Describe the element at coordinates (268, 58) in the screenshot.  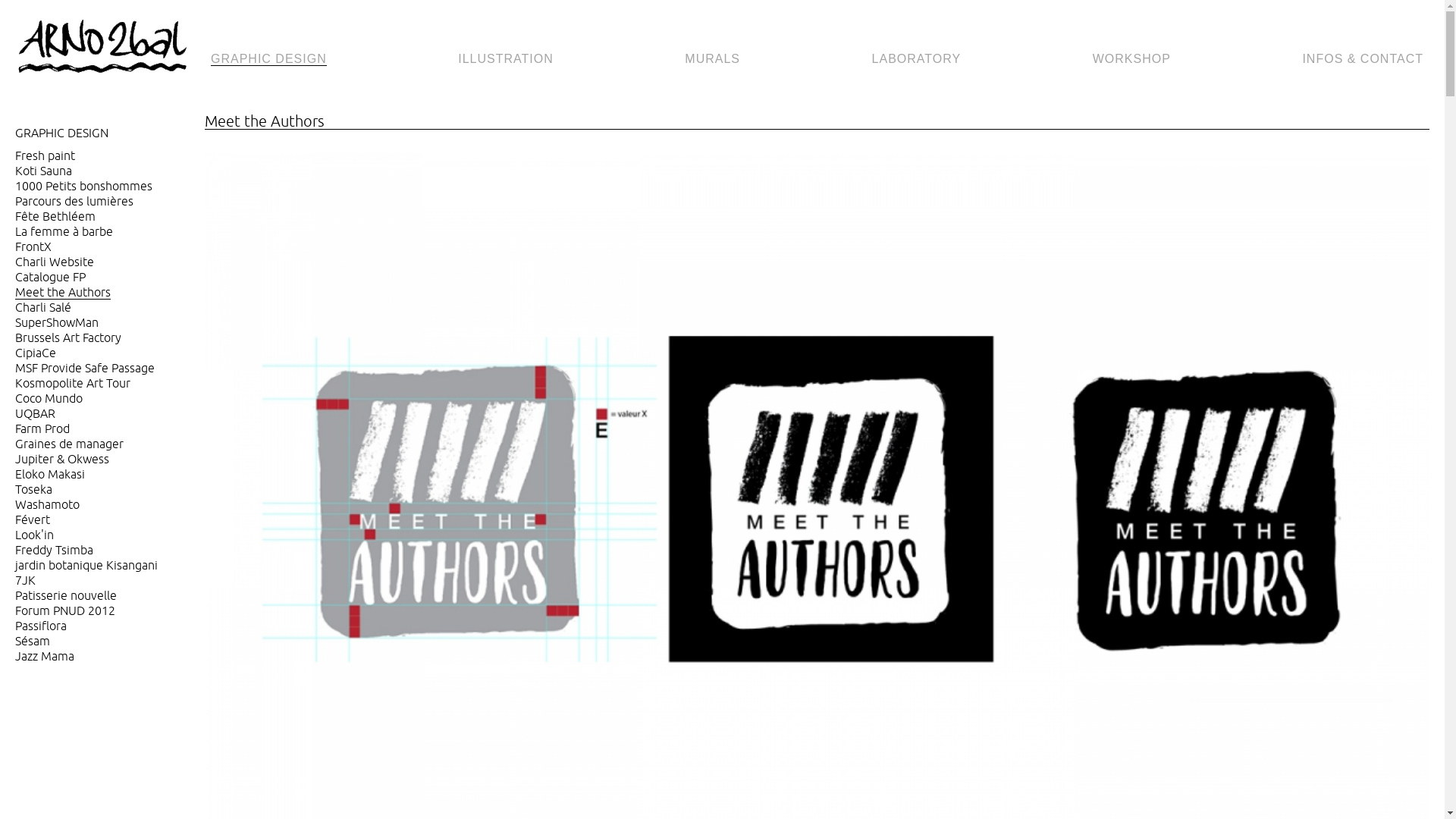
I see `'GRAPHIC DESIGN'` at that location.